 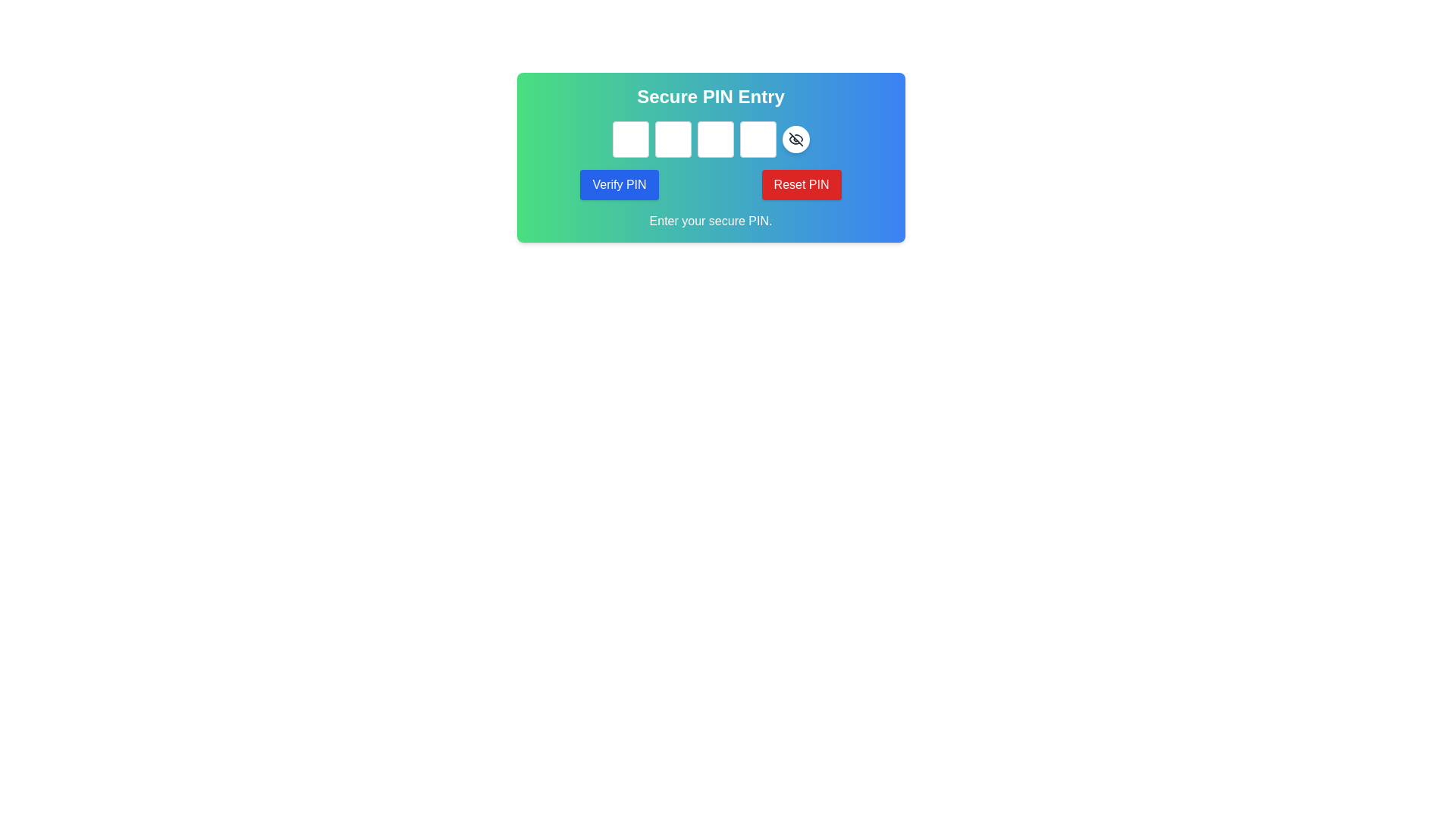 I want to click on the eye icon on the far right side of the PIN input area, so click(x=795, y=140).